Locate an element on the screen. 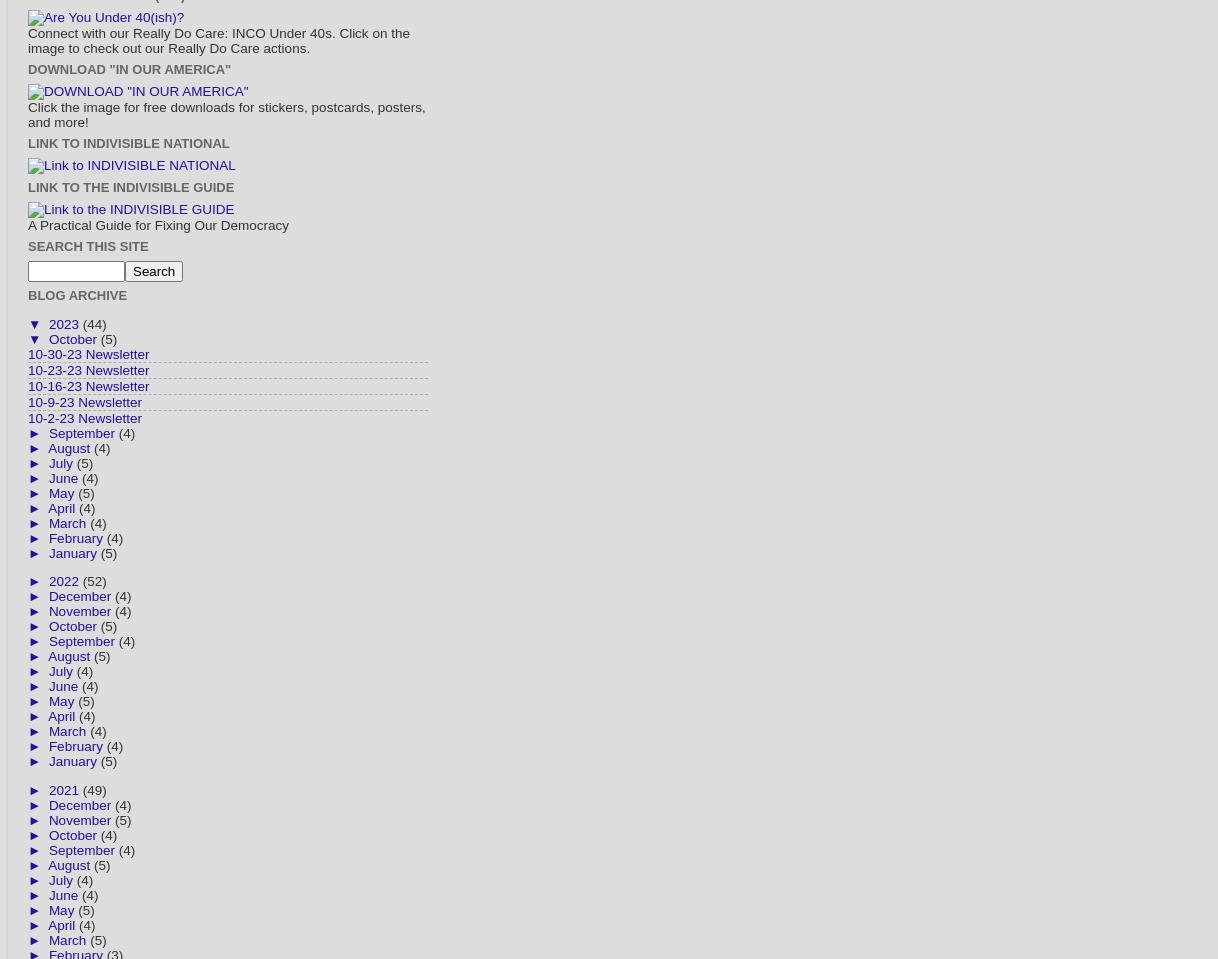 This screenshot has height=959, width=1218. '(52)' is located at coordinates (80, 580).